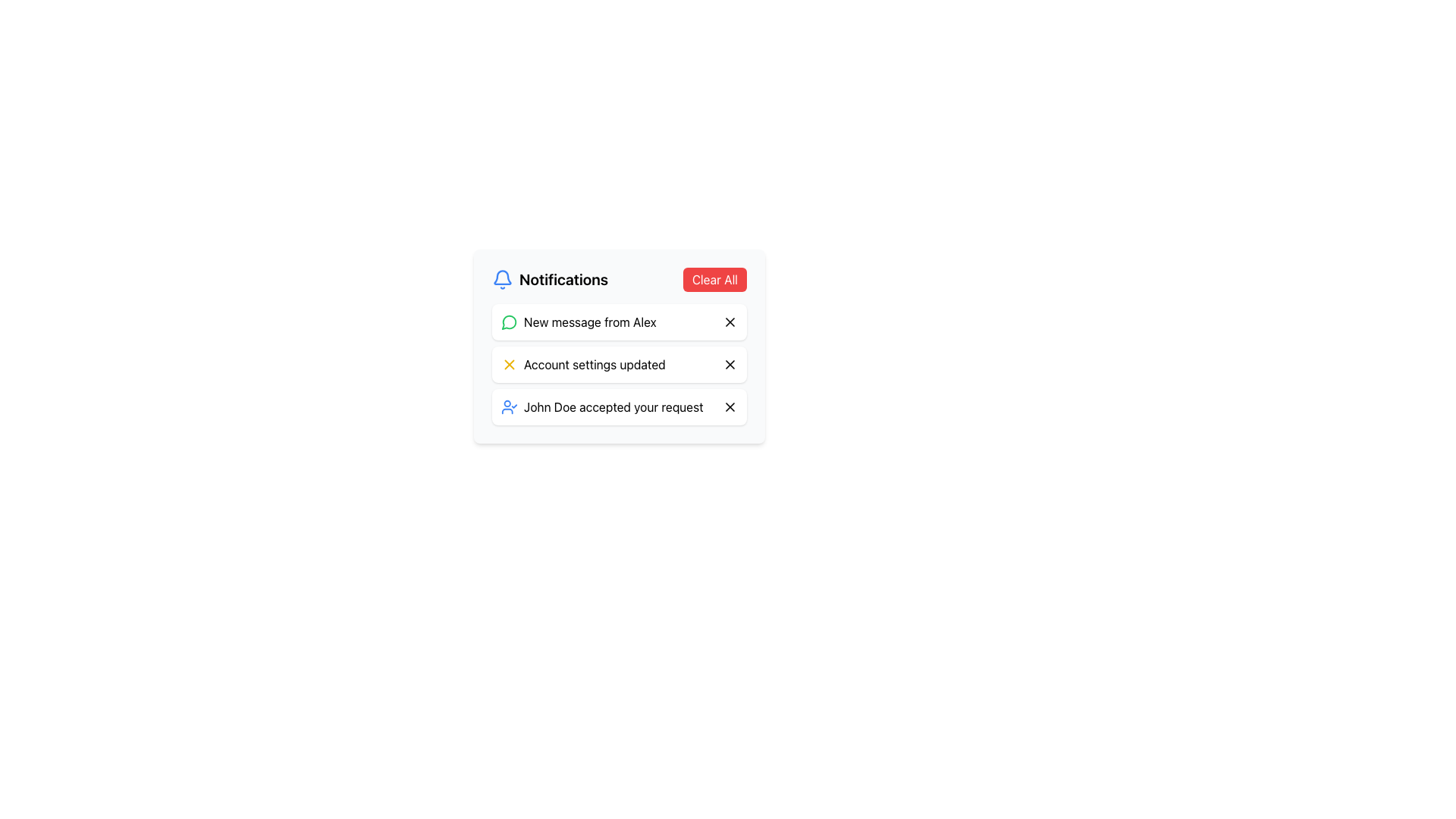 This screenshot has width=1456, height=819. I want to click on the Notification card that informs the user of 'John Doe accepted your request', which is the third notification in the vertical list within the notification panel, so click(619, 406).